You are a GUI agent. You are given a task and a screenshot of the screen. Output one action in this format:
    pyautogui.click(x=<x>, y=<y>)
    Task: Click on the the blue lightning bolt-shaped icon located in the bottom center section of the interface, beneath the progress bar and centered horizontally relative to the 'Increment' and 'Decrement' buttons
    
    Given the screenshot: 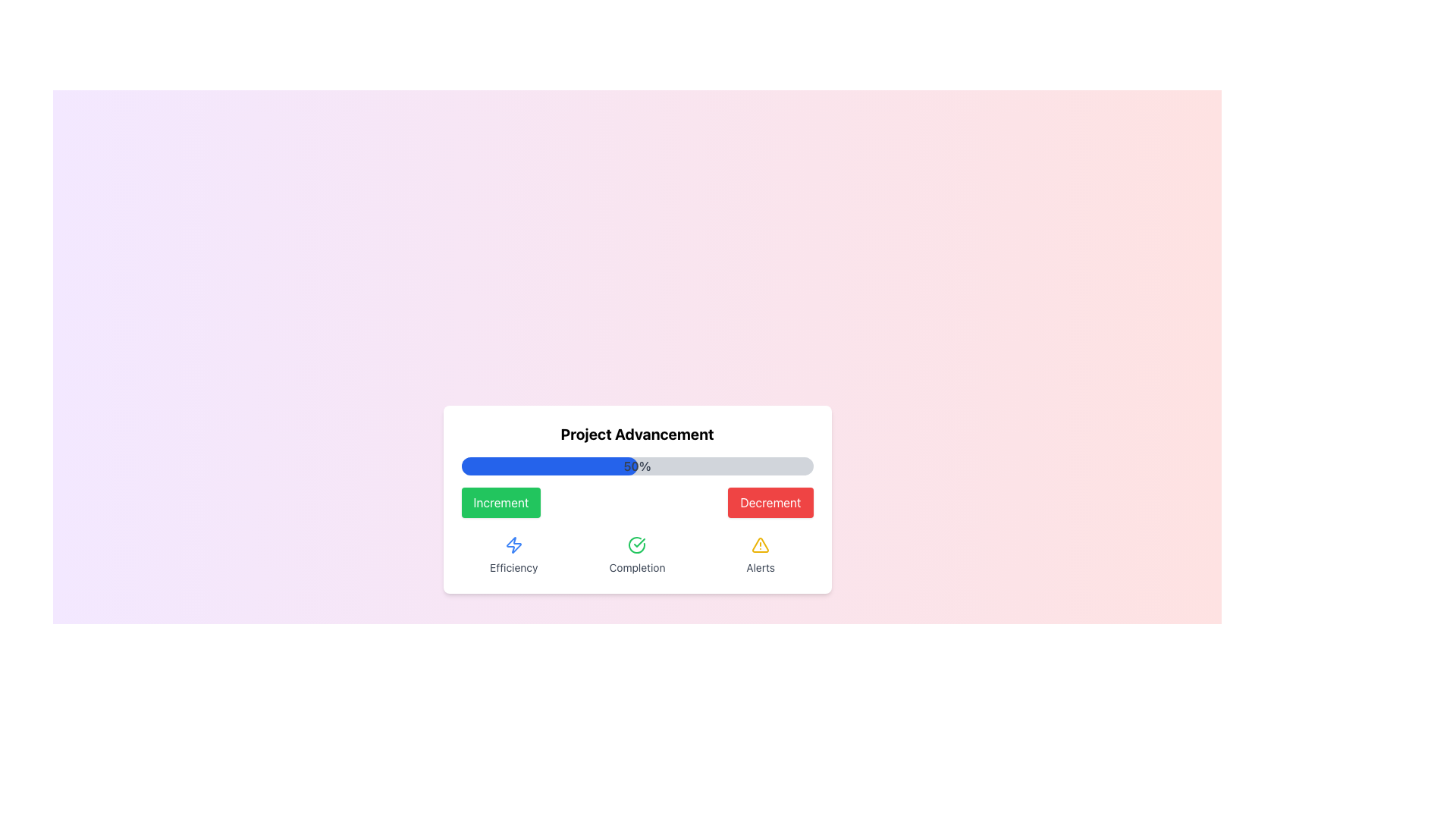 What is the action you would take?
    pyautogui.click(x=513, y=544)
    